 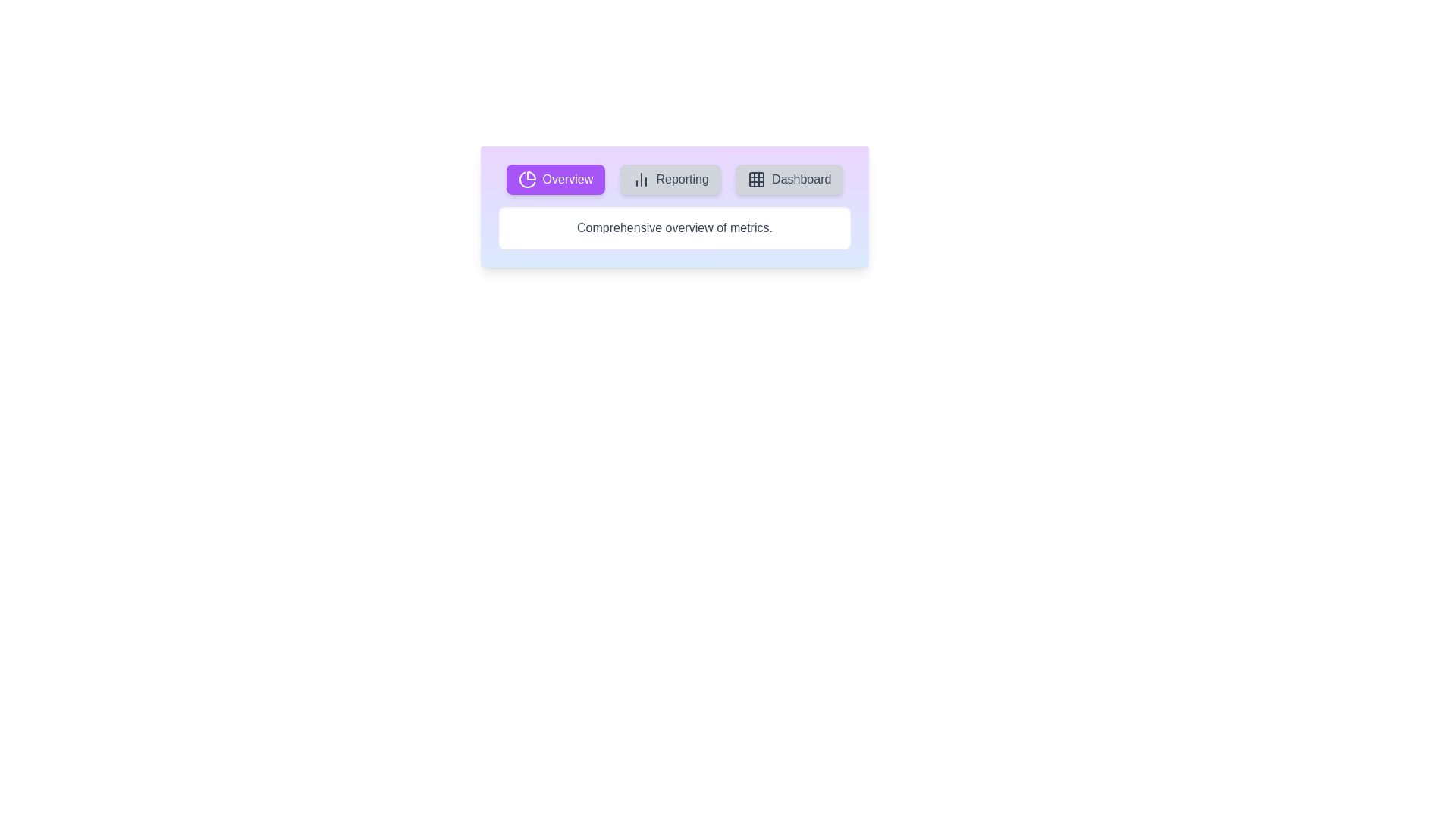 I want to click on the tab button containing the icon for Reporting, so click(x=669, y=178).